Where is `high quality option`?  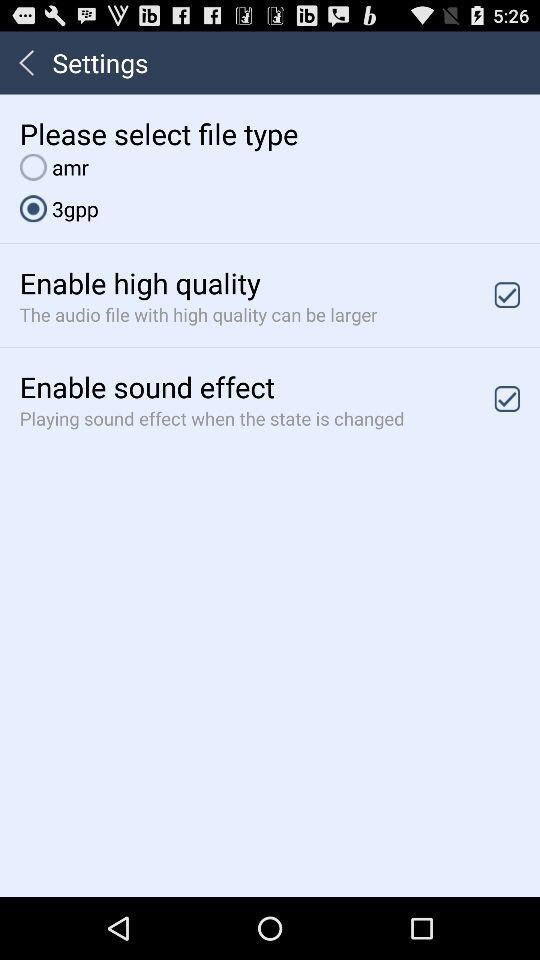
high quality option is located at coordinates (507, 294).